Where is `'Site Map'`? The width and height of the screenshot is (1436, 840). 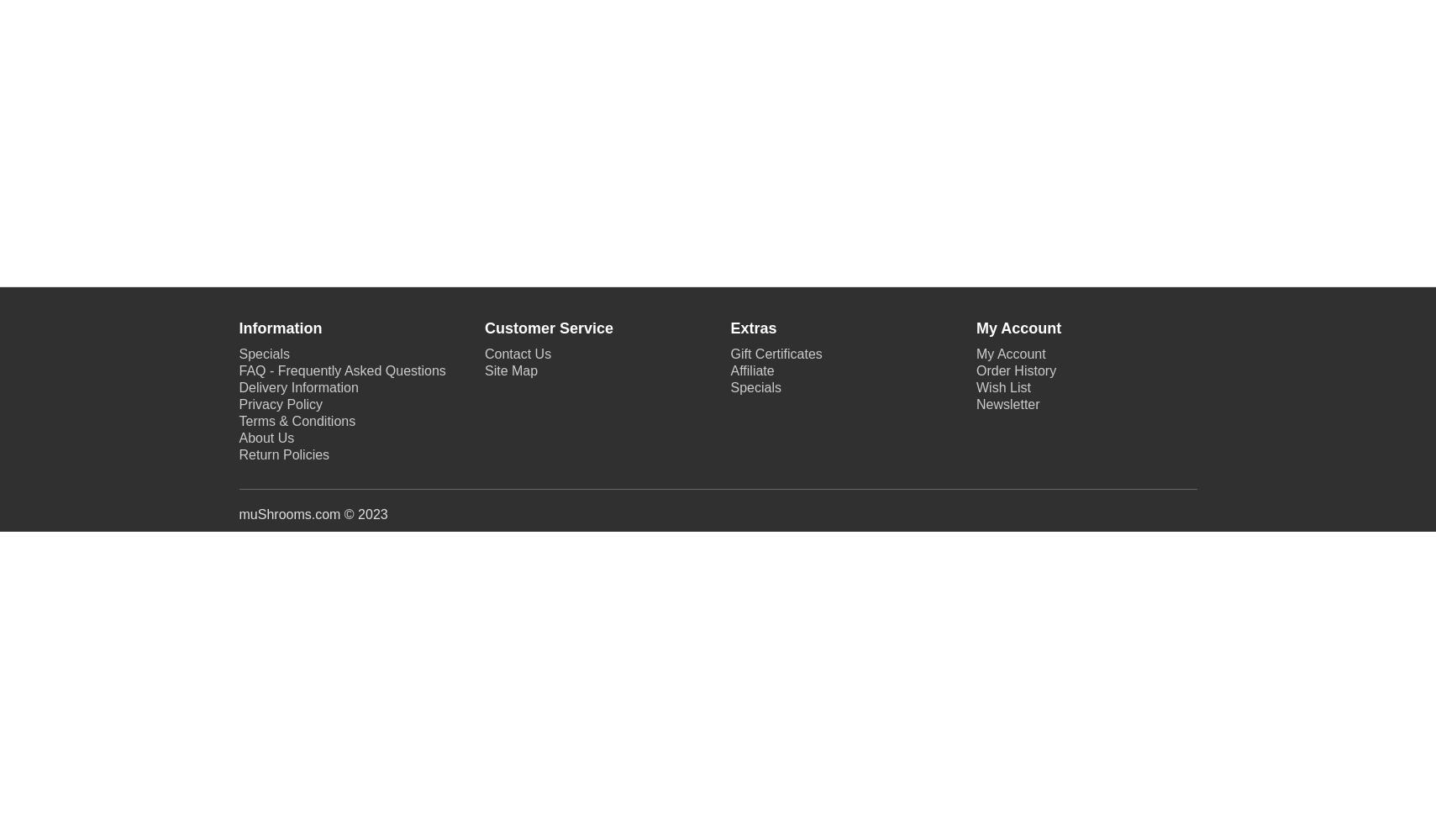
'Site Map' is located at coordinates (510, 370).